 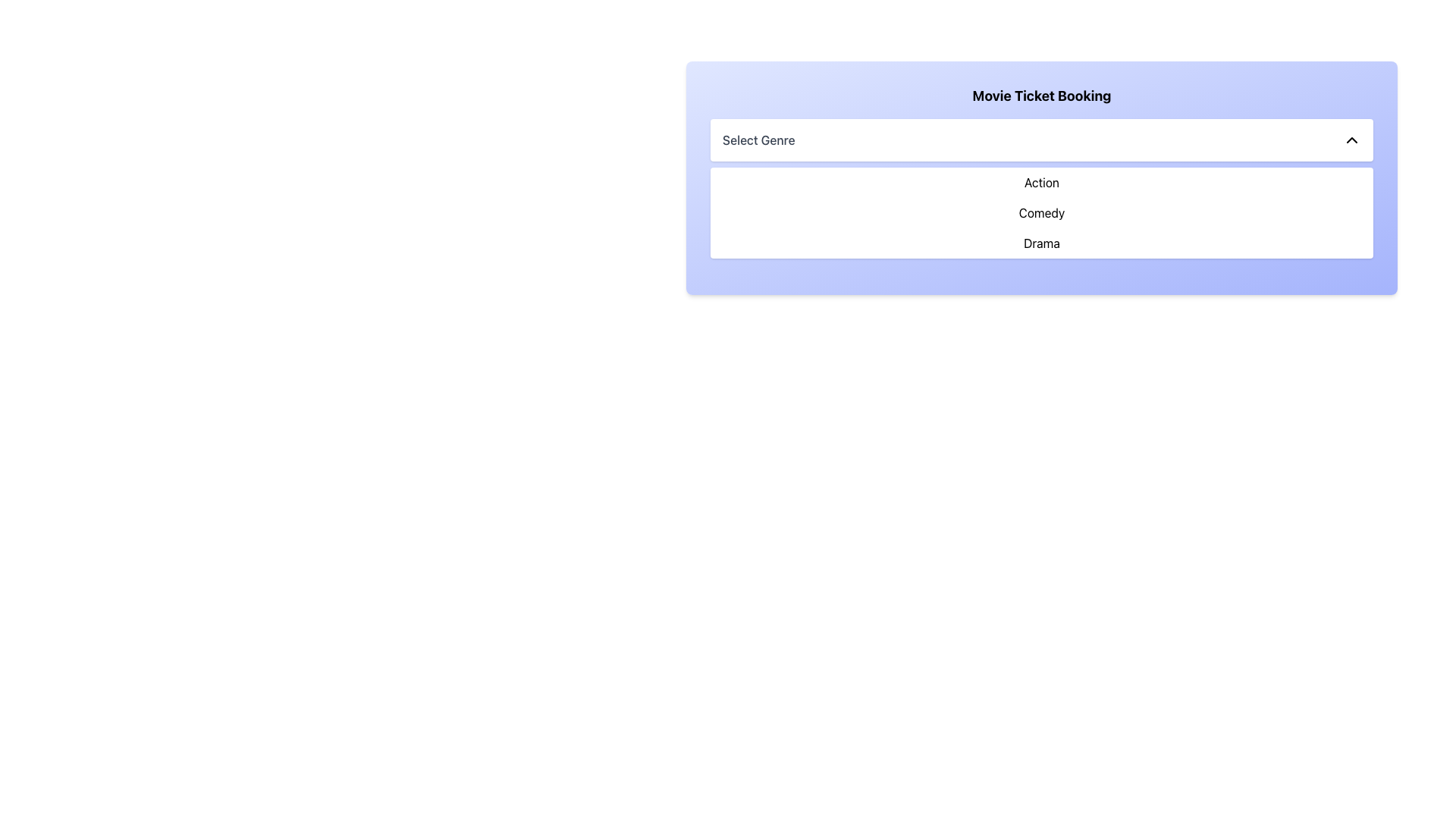 What do you see at coordinates (1040, 242) in the screenshot?
I see `the third item in the dropdown list titled 'Select Genre'` at bounding box center [1040, 242].